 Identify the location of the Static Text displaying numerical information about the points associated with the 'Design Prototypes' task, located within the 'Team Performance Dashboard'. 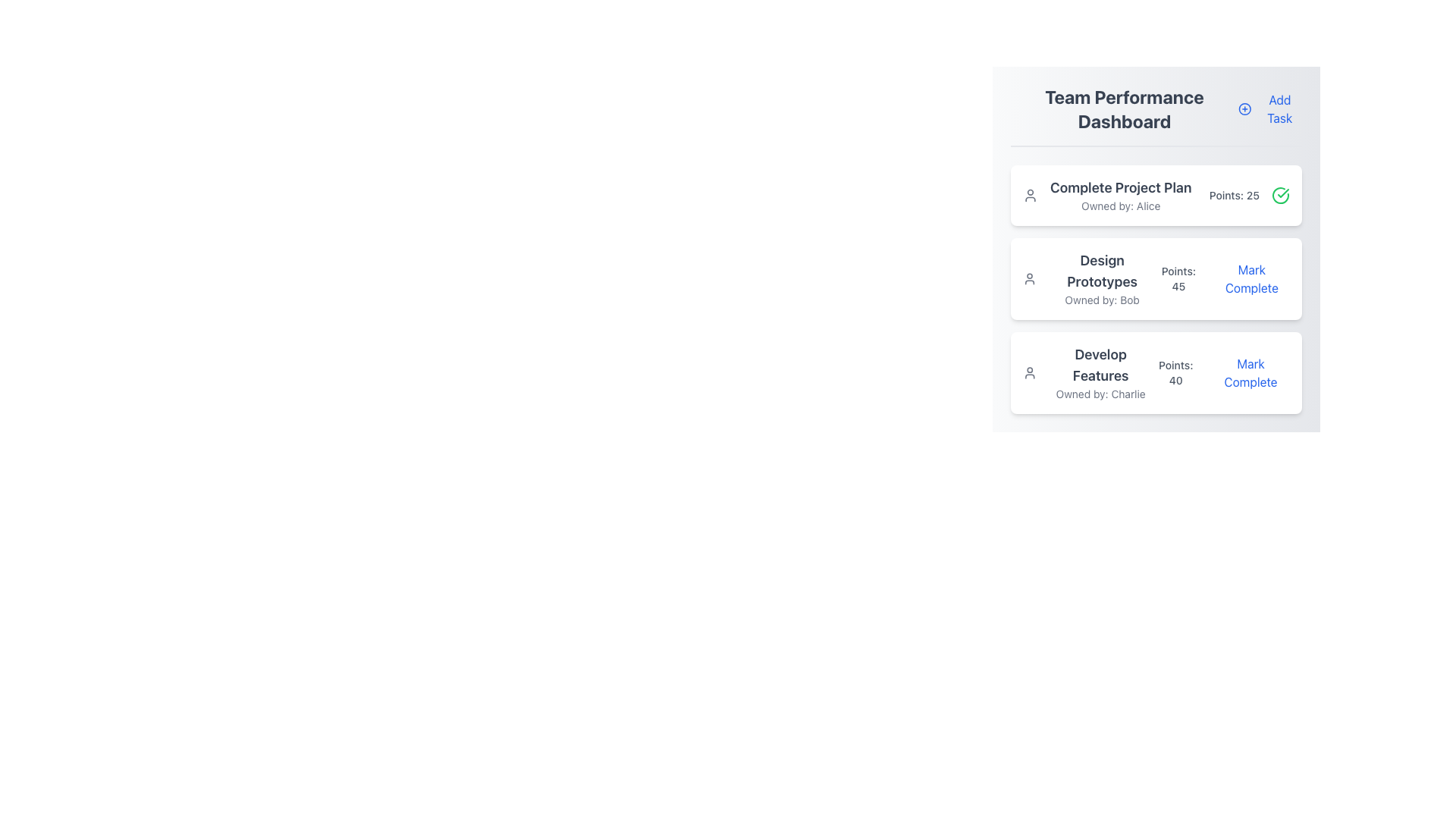
(1178, 278).